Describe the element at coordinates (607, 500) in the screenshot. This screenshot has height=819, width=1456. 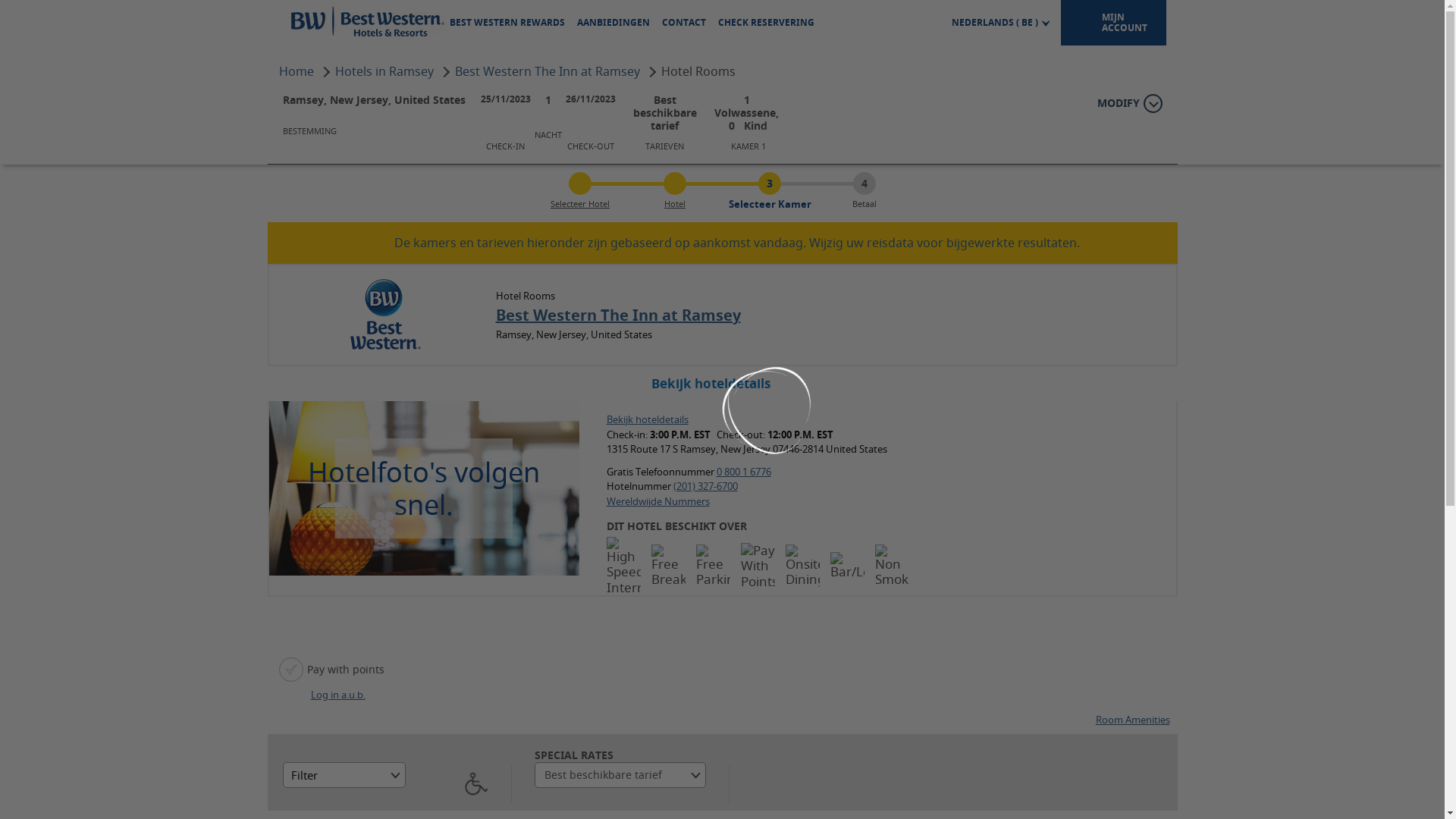
I see `'Wereldwijde Nummers'` at that location.